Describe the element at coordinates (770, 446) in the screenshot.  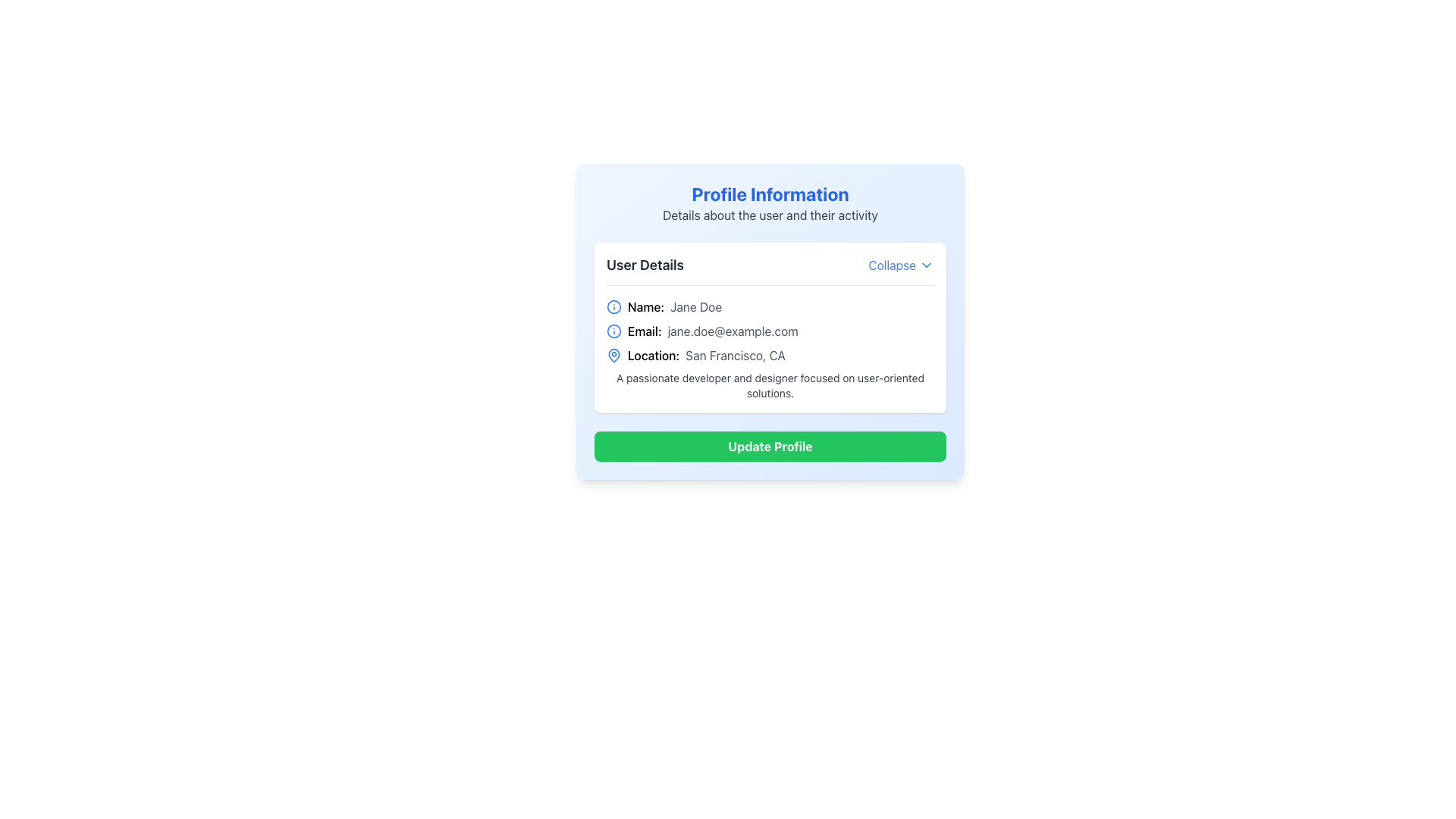
I see `the 'Update Profile' button, which is a green rectangular button with rounded corners and bold white text, located at the bottom of the user detail panel` at that location.